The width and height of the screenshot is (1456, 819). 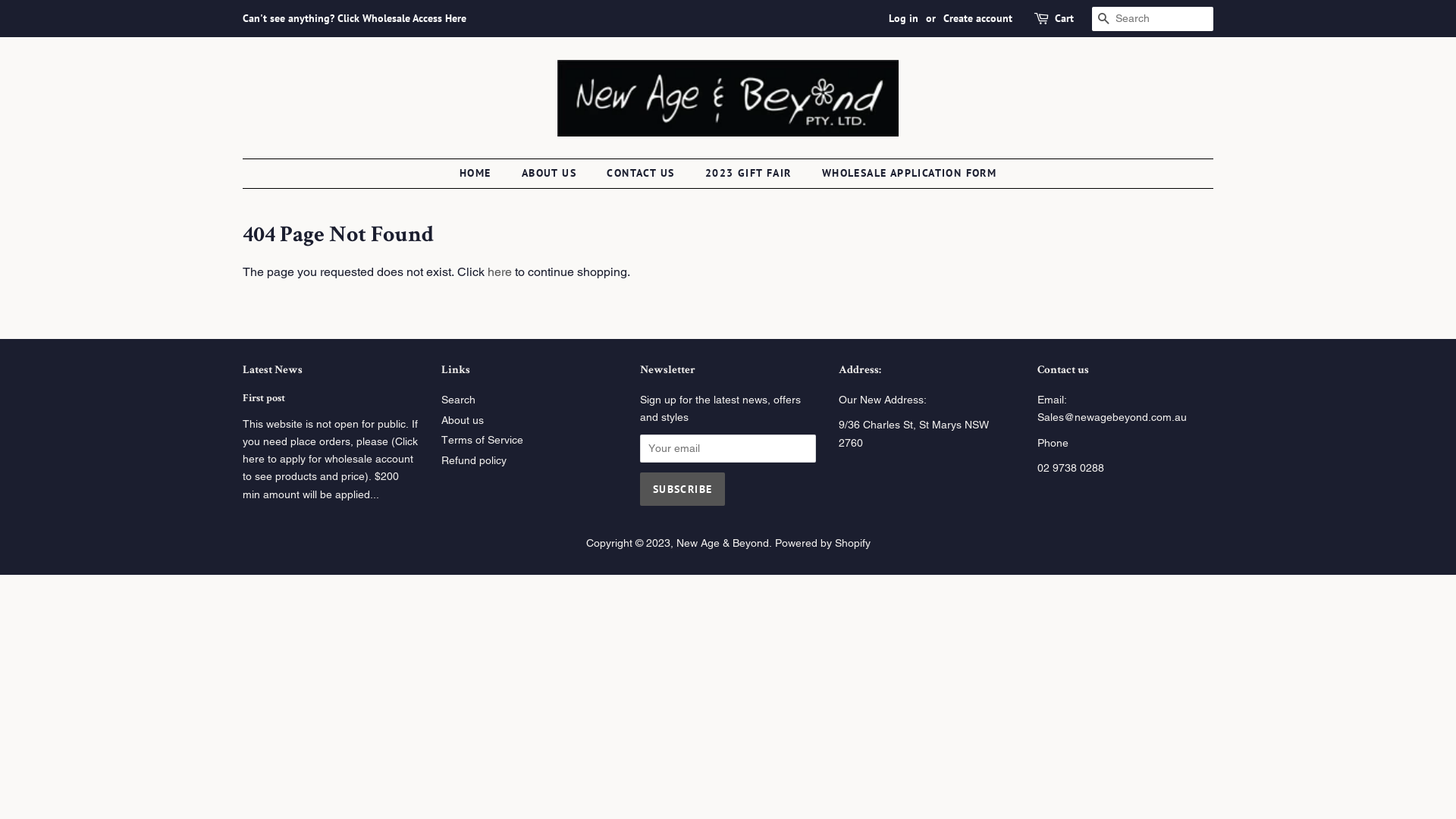 What do you see at coordinates (461, 420) in the screenshot?
I see `'About us'` at bounding box center [461, 420].